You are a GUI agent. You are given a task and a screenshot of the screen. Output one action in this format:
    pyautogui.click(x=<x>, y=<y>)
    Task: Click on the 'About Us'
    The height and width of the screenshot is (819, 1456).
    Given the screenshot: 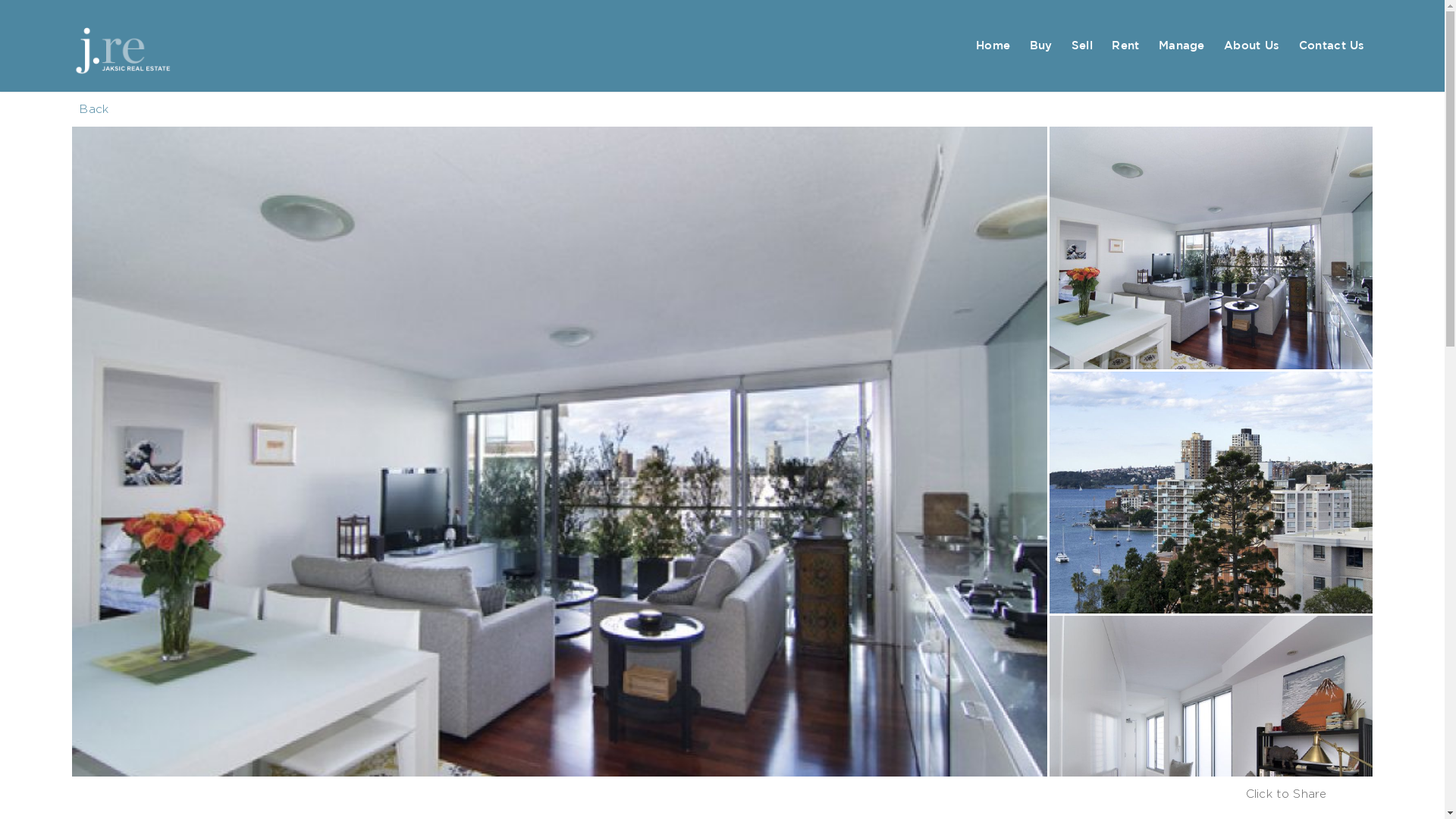 What is the action you would take?
    pyautogui.click(x=1251, y=45)
    